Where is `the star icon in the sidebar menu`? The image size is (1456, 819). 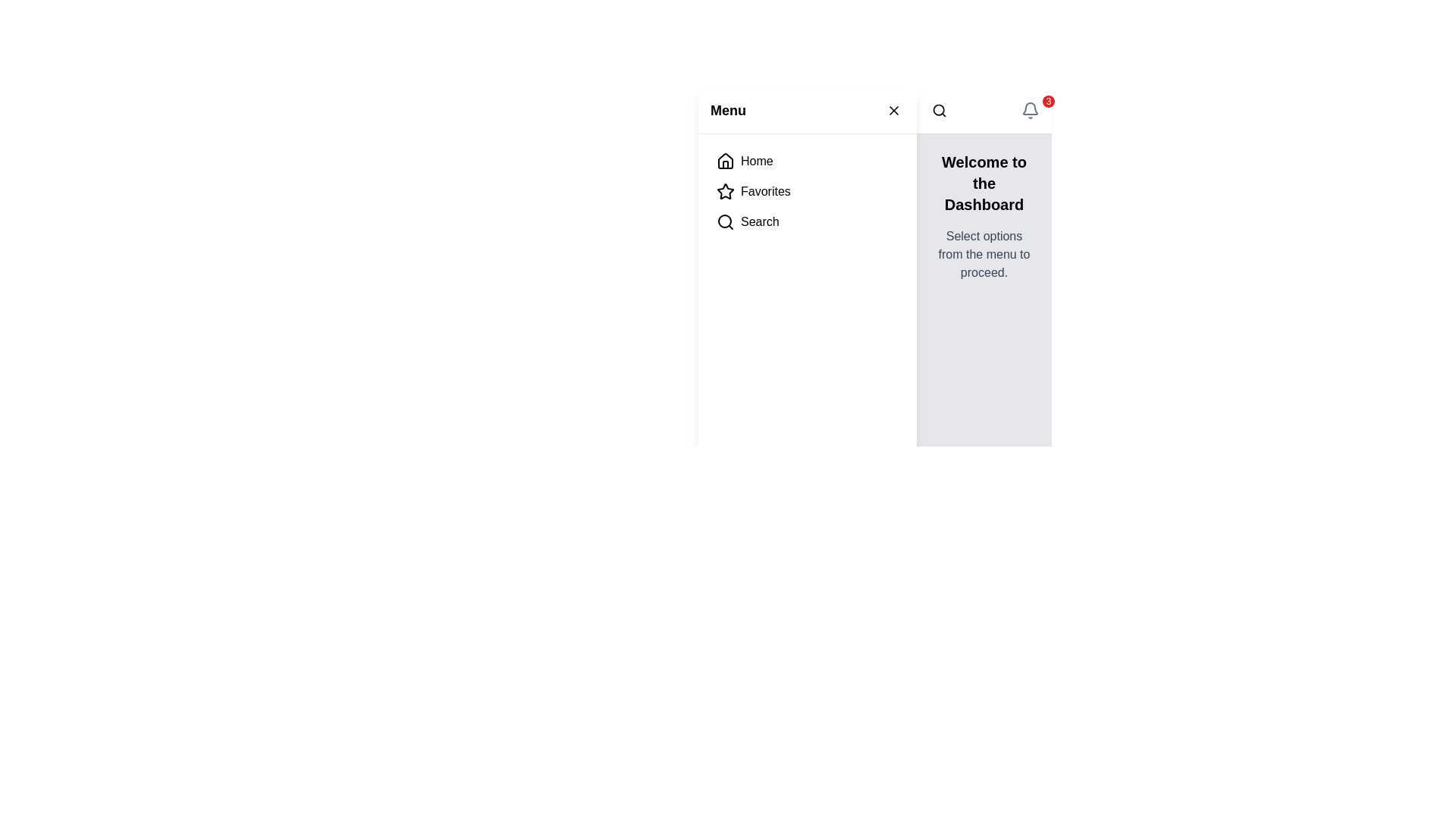 the star icon in the sidebar menu is located at coordinates (724, 190).